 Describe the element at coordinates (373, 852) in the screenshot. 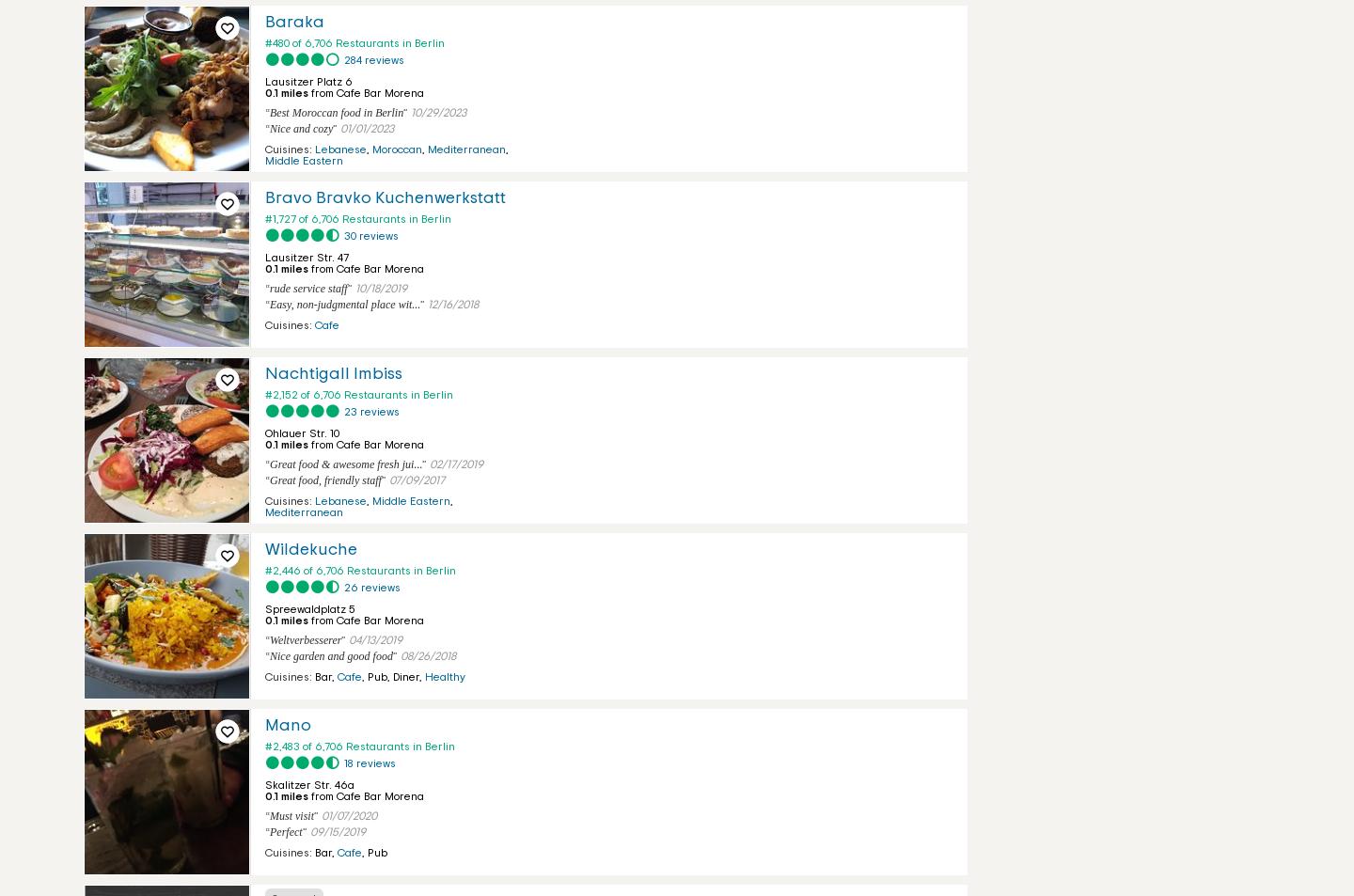

I see `', Pub'` at that location.